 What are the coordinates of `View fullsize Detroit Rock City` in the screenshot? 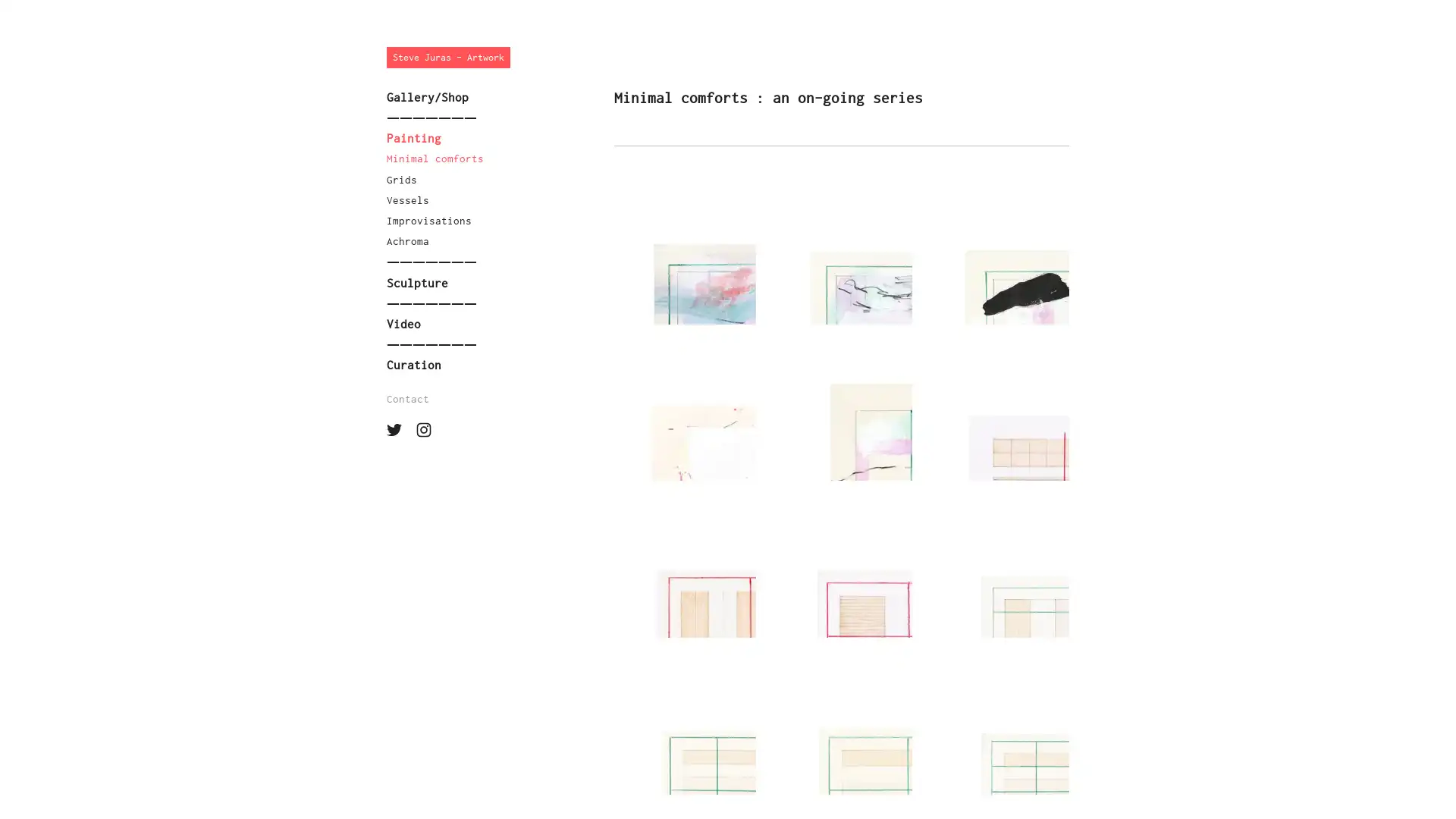 It's located at (997, 579).